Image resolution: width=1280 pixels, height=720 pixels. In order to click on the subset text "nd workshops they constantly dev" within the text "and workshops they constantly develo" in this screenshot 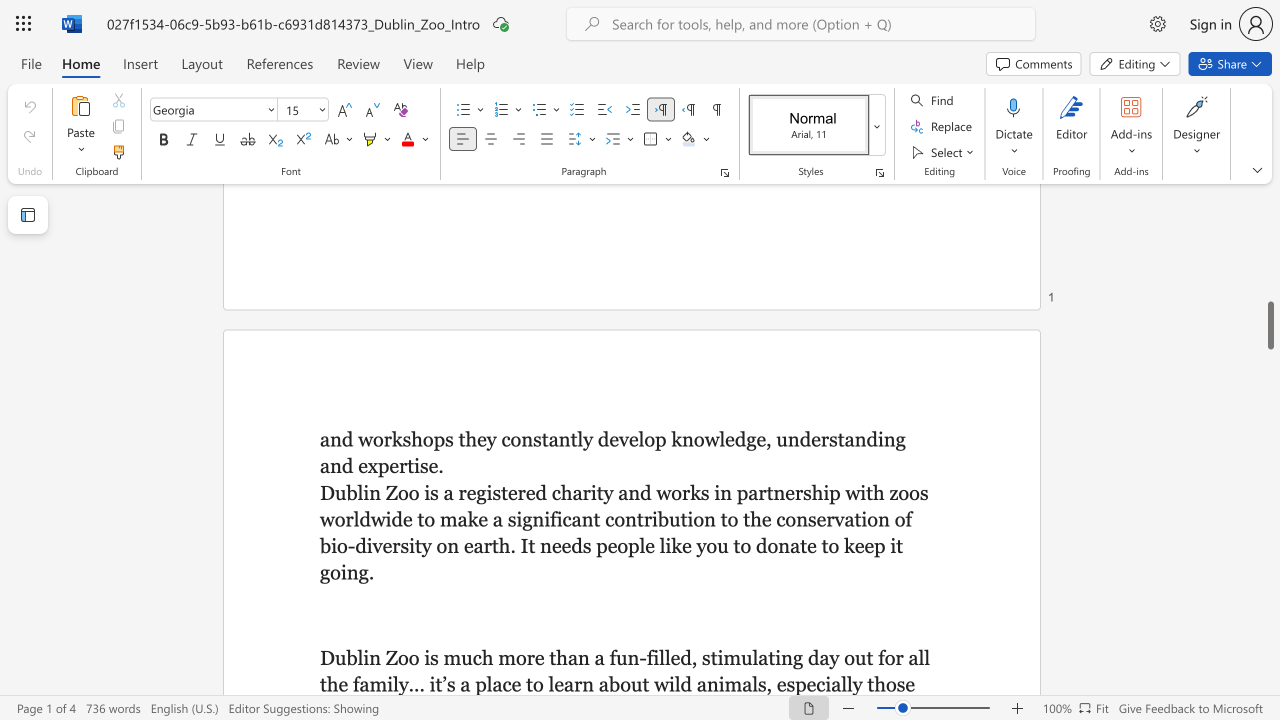, I will do `click(330, 438)`.